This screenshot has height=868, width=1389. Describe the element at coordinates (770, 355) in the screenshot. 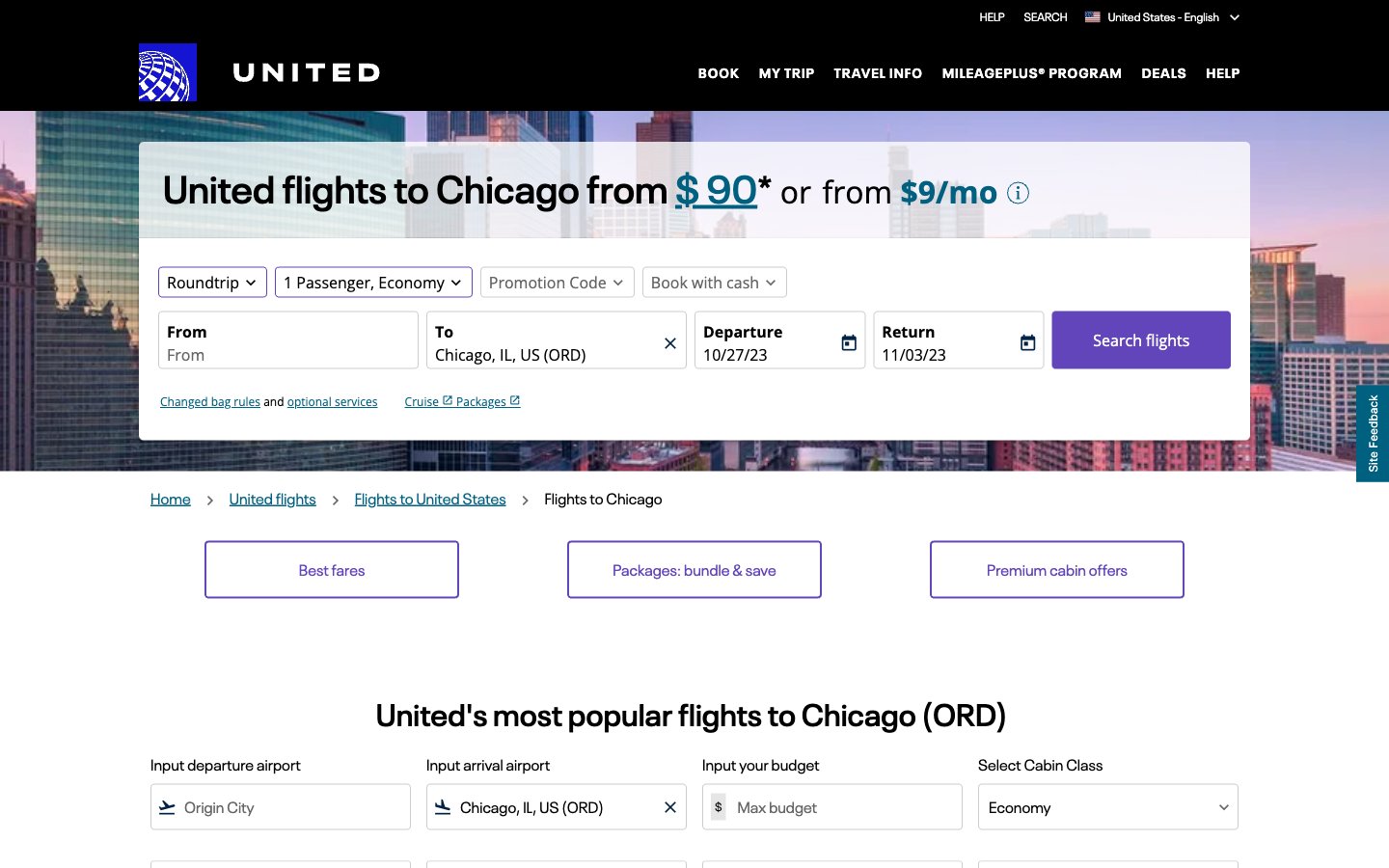

I see `Change the start point and the destination` at that location.